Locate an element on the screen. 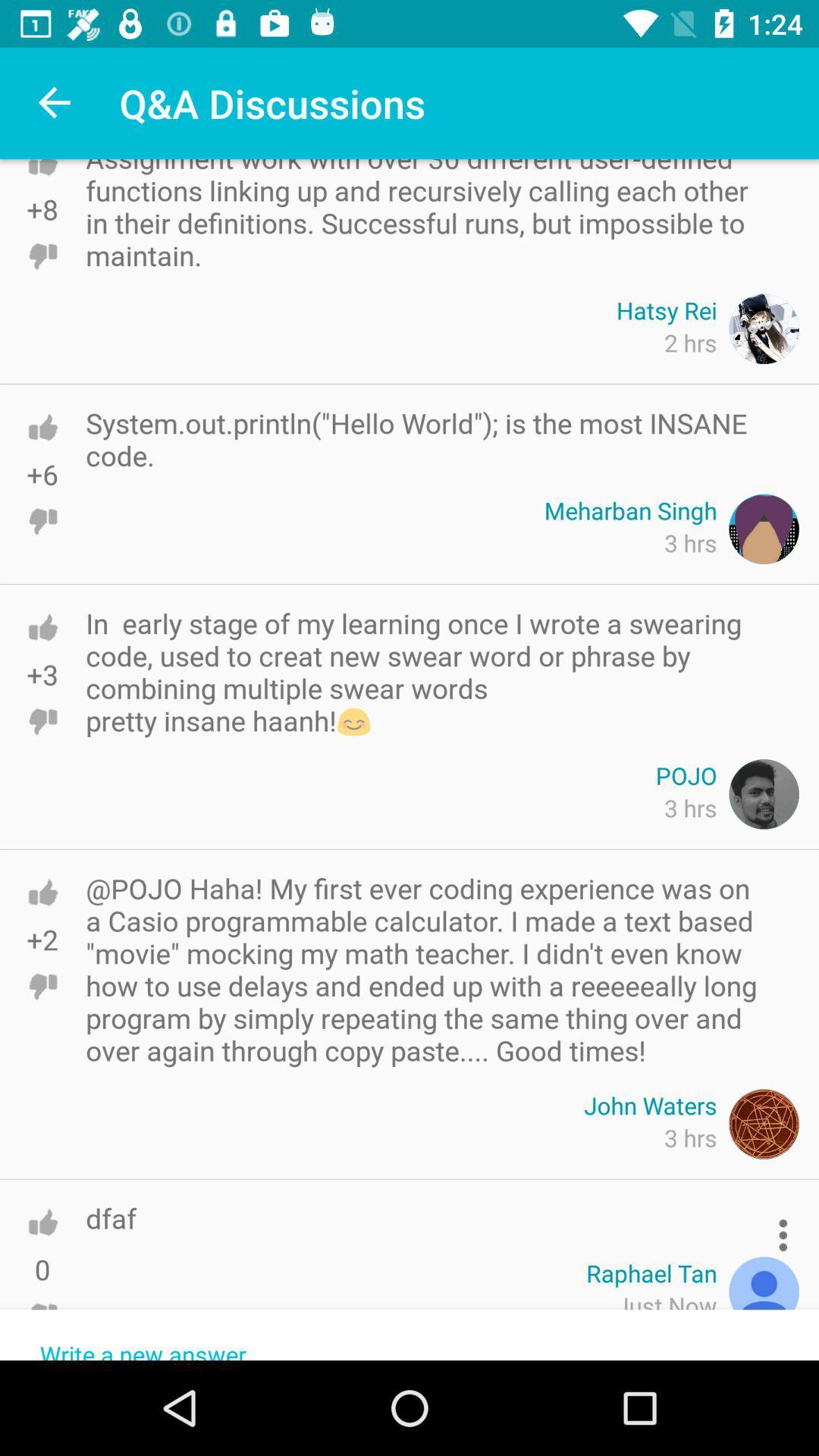 The width and height of the screenshot is (819, 1456). click dislike is located at coordinates (42, 521).